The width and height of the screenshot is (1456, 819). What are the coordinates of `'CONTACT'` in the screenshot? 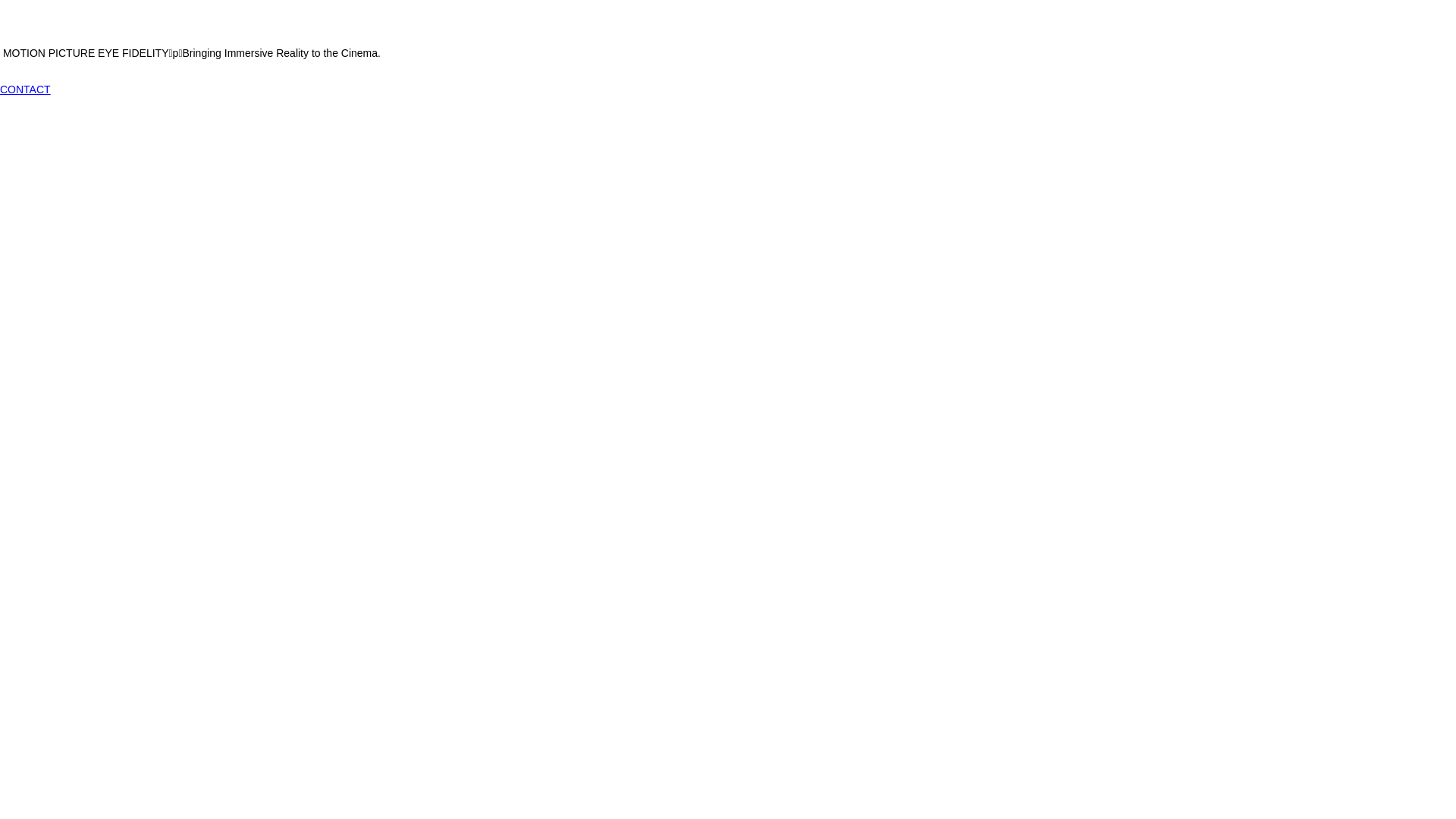 It's located at (25, 89).